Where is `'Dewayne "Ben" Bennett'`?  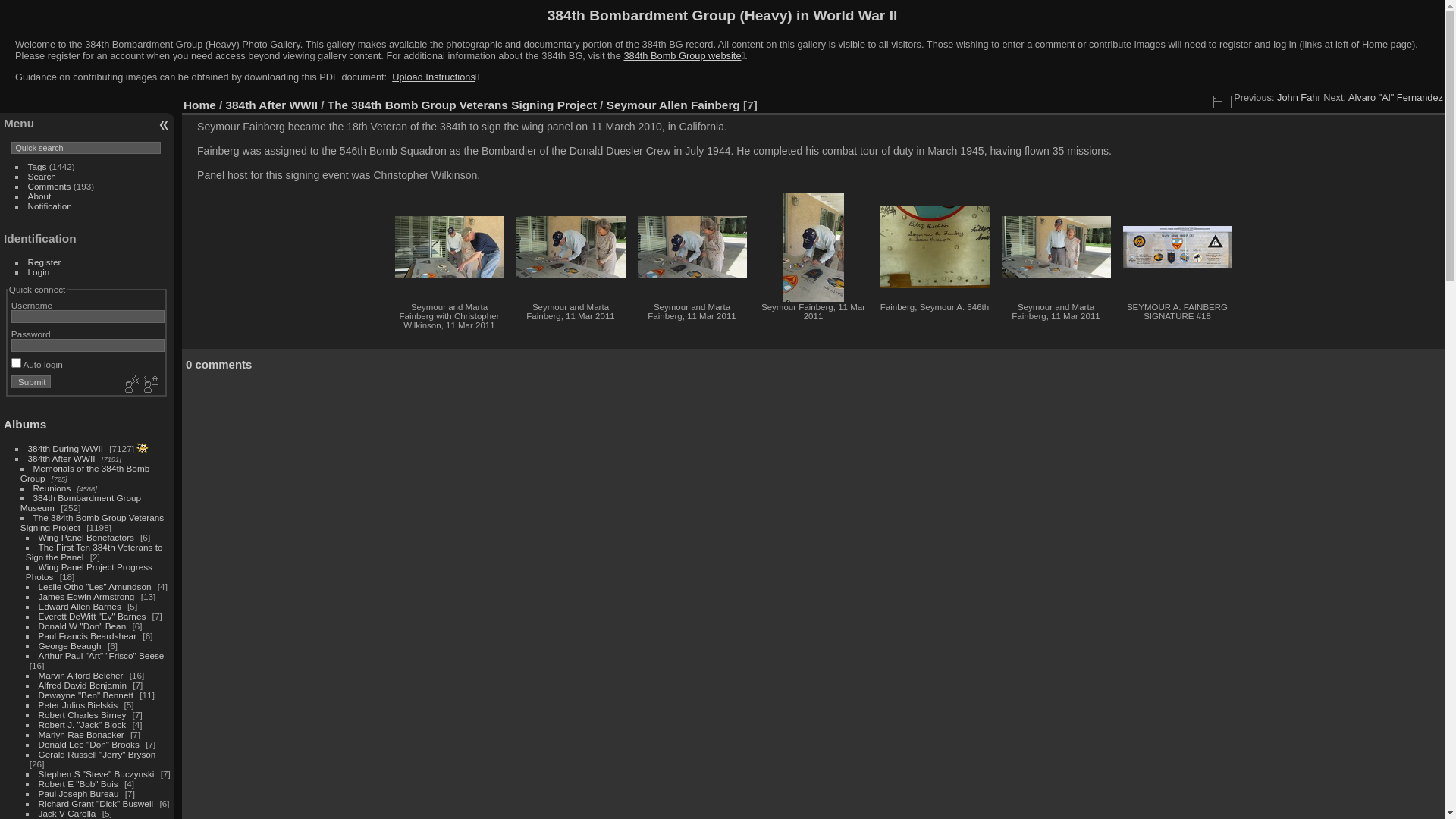
'Dewayne "Ben" Bennett' is located at coordinates (85, 695).